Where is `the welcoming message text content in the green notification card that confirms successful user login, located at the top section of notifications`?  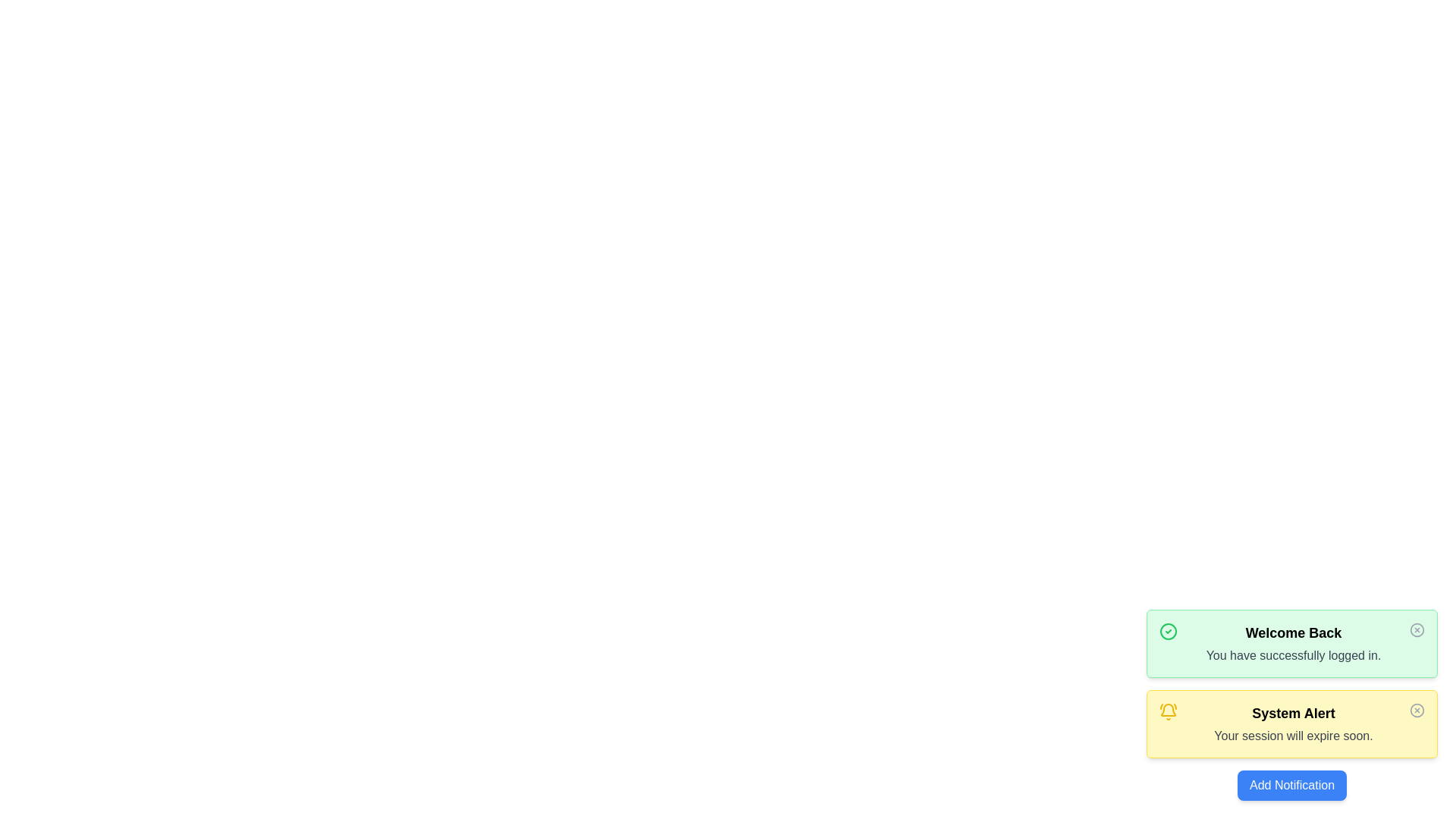
the welcoming message text content in the green notification card that confirms successful user login, located at the top section of notifications is located at coordinates (1292, 643).